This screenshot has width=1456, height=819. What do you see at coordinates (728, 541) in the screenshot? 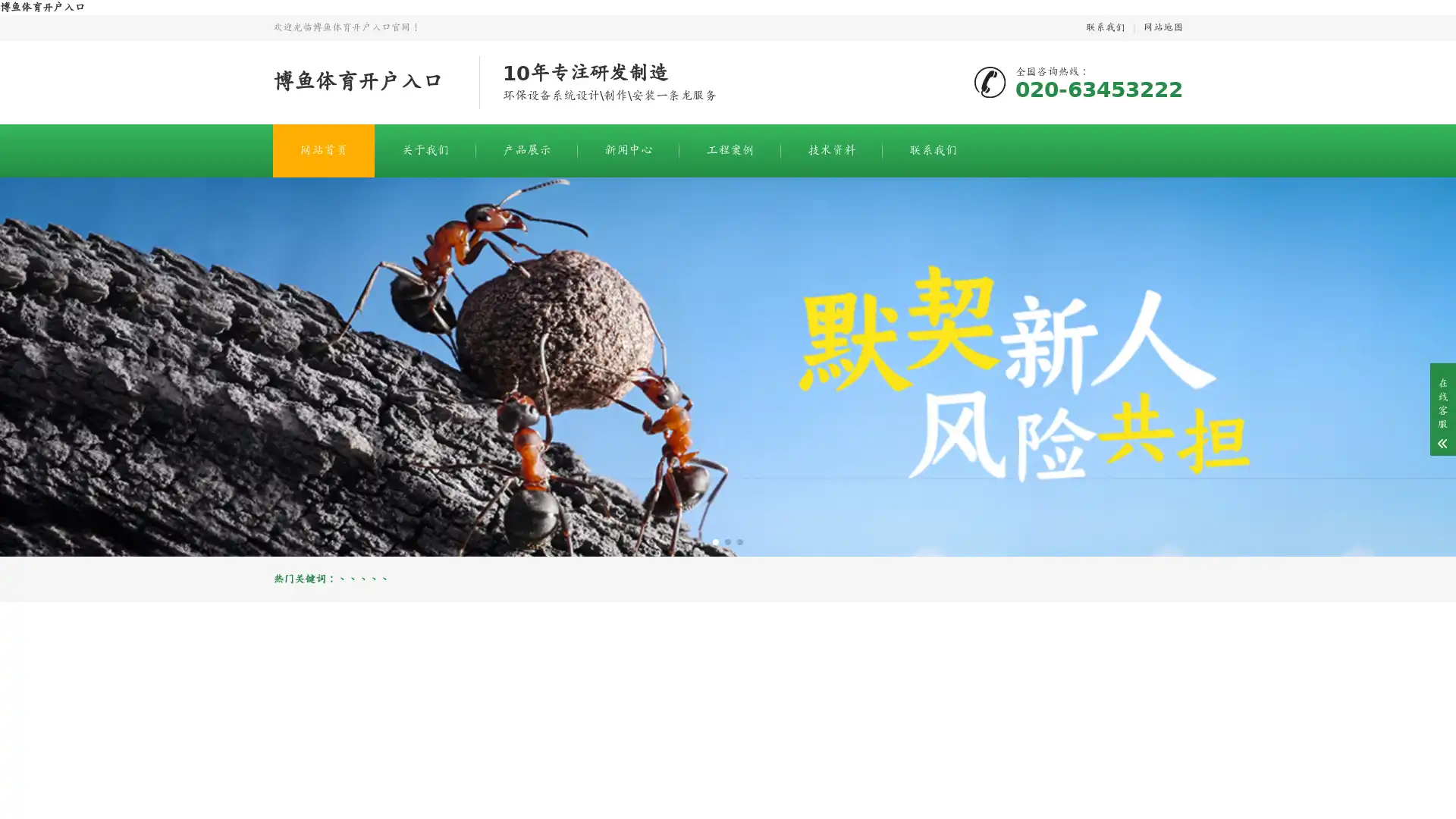
I see `Go to slide 2` at bounding box center [728, 541].